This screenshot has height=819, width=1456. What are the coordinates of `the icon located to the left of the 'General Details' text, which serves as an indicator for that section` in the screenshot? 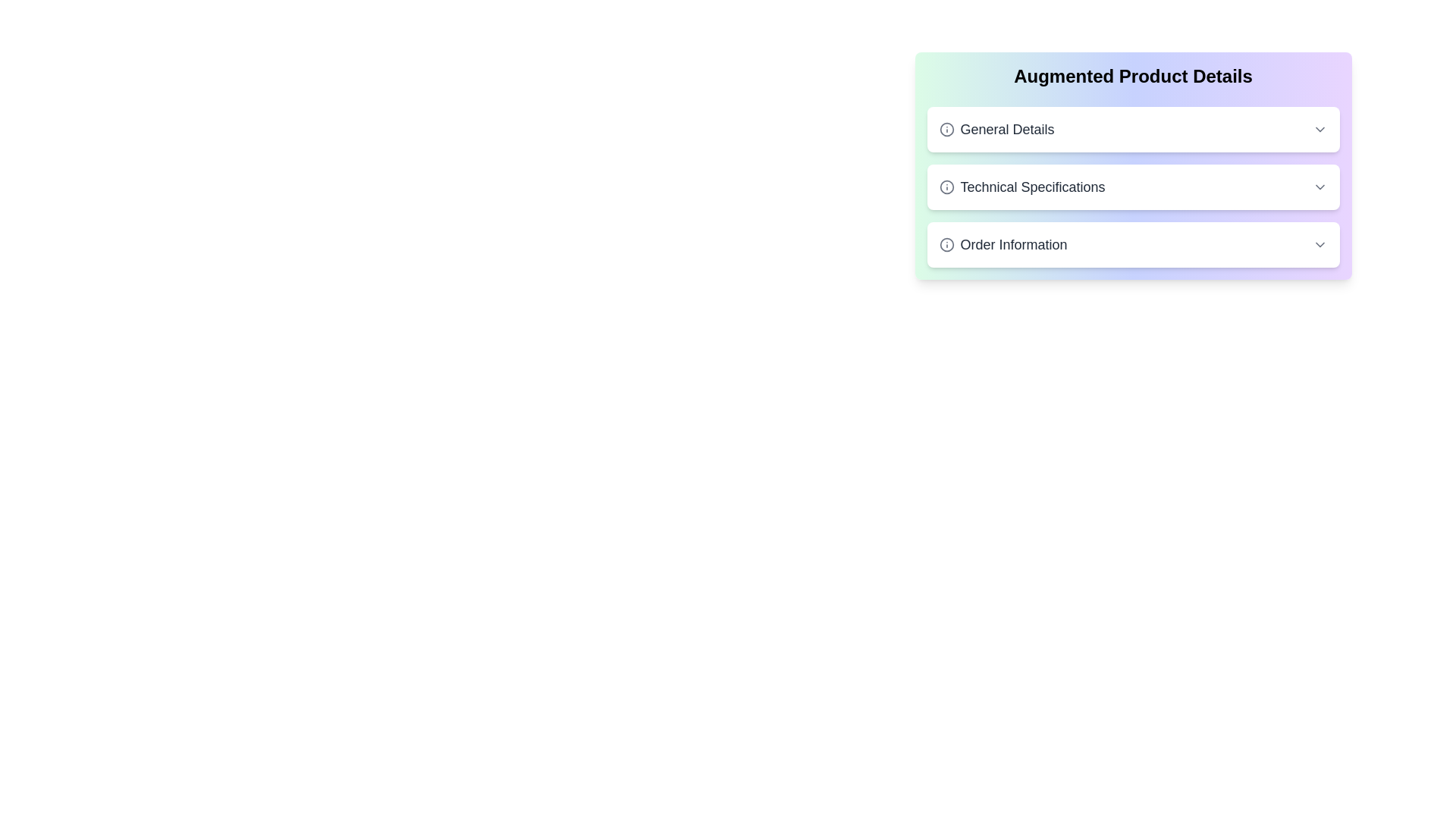 It's located at (946, 128).